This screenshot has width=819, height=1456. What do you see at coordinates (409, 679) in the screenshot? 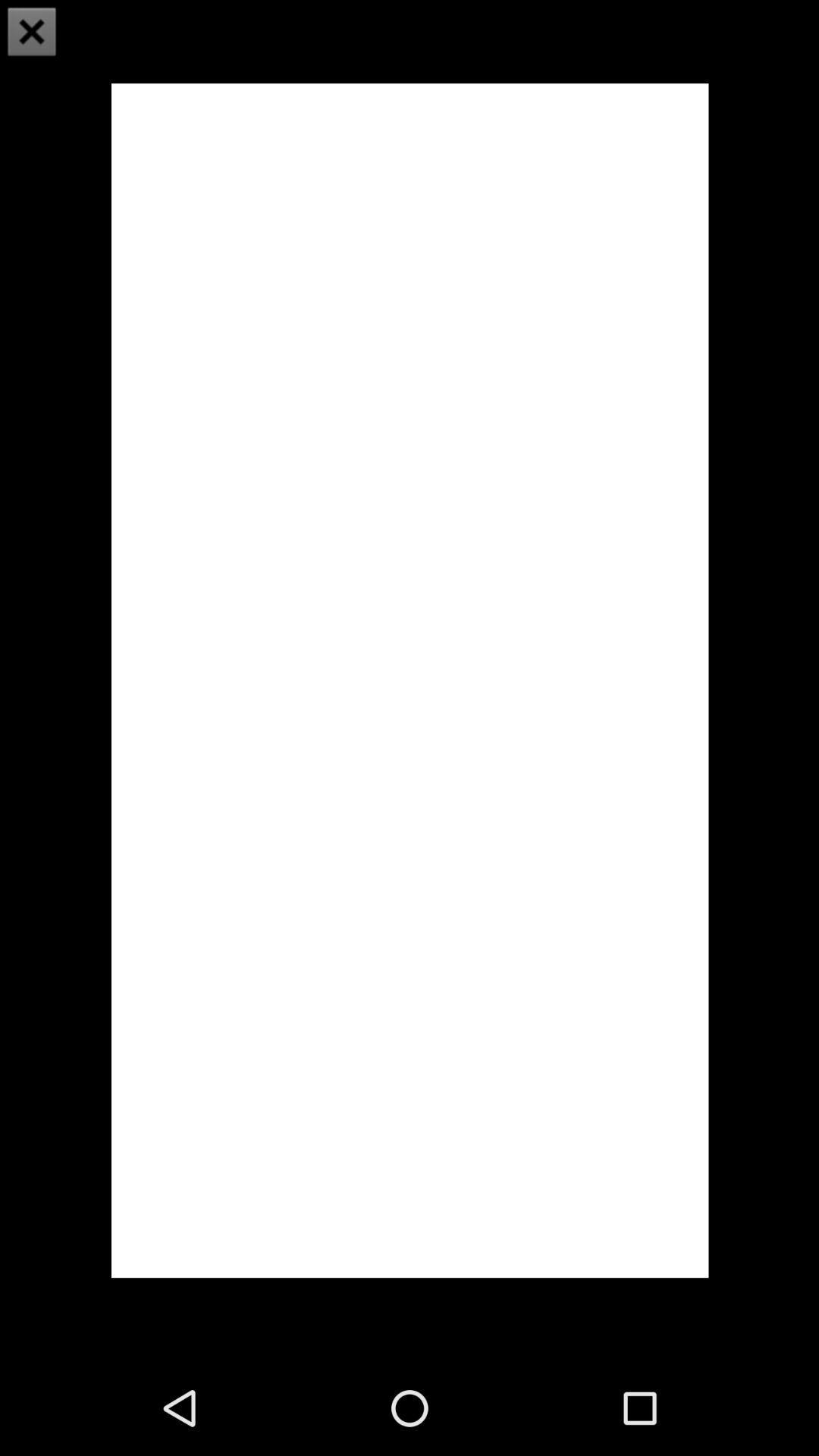
I see `icon at the center` at bounding box center [409, 679].